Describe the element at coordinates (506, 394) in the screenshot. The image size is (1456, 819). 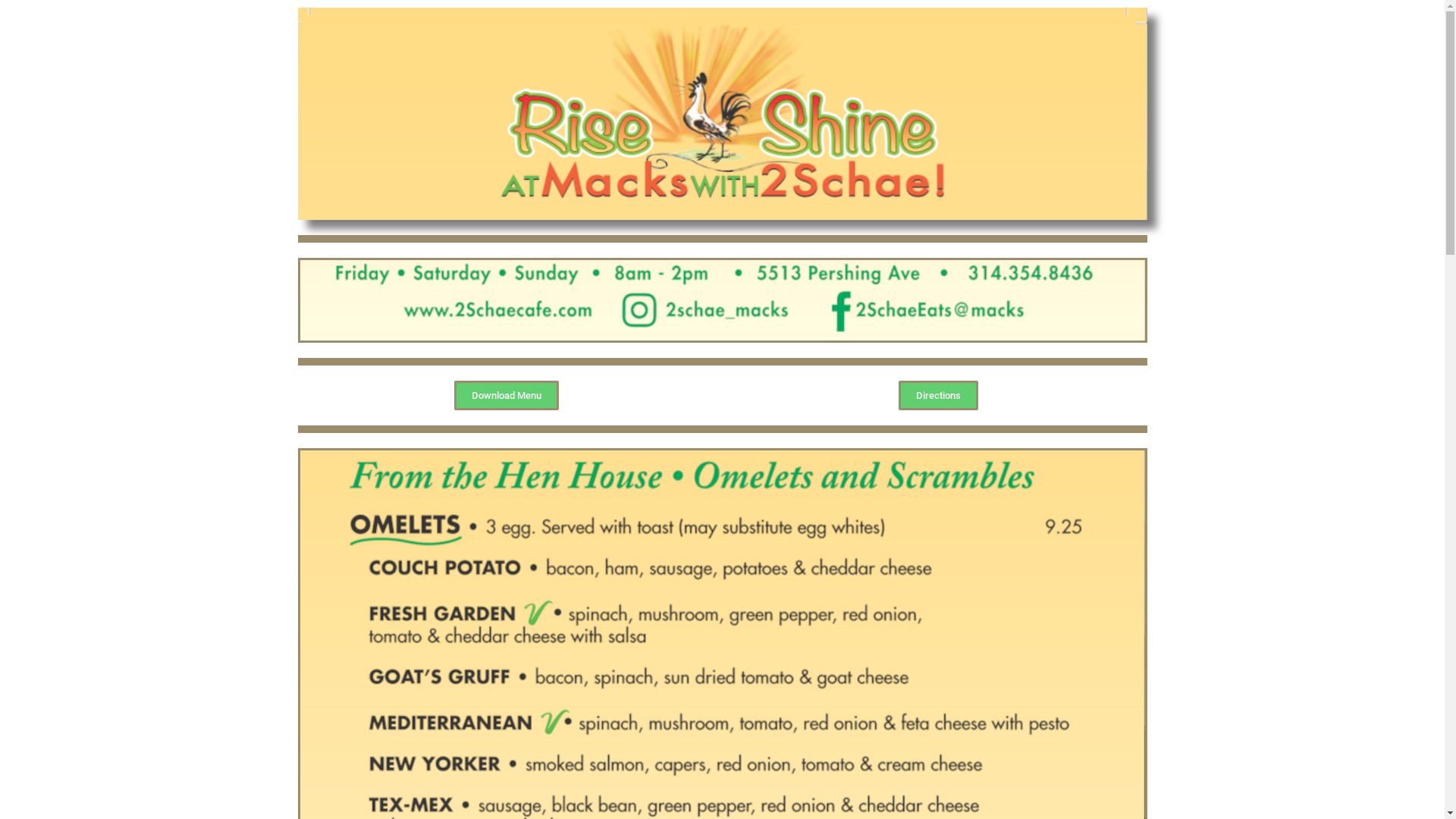
I see `'Download Menu'` at that location.